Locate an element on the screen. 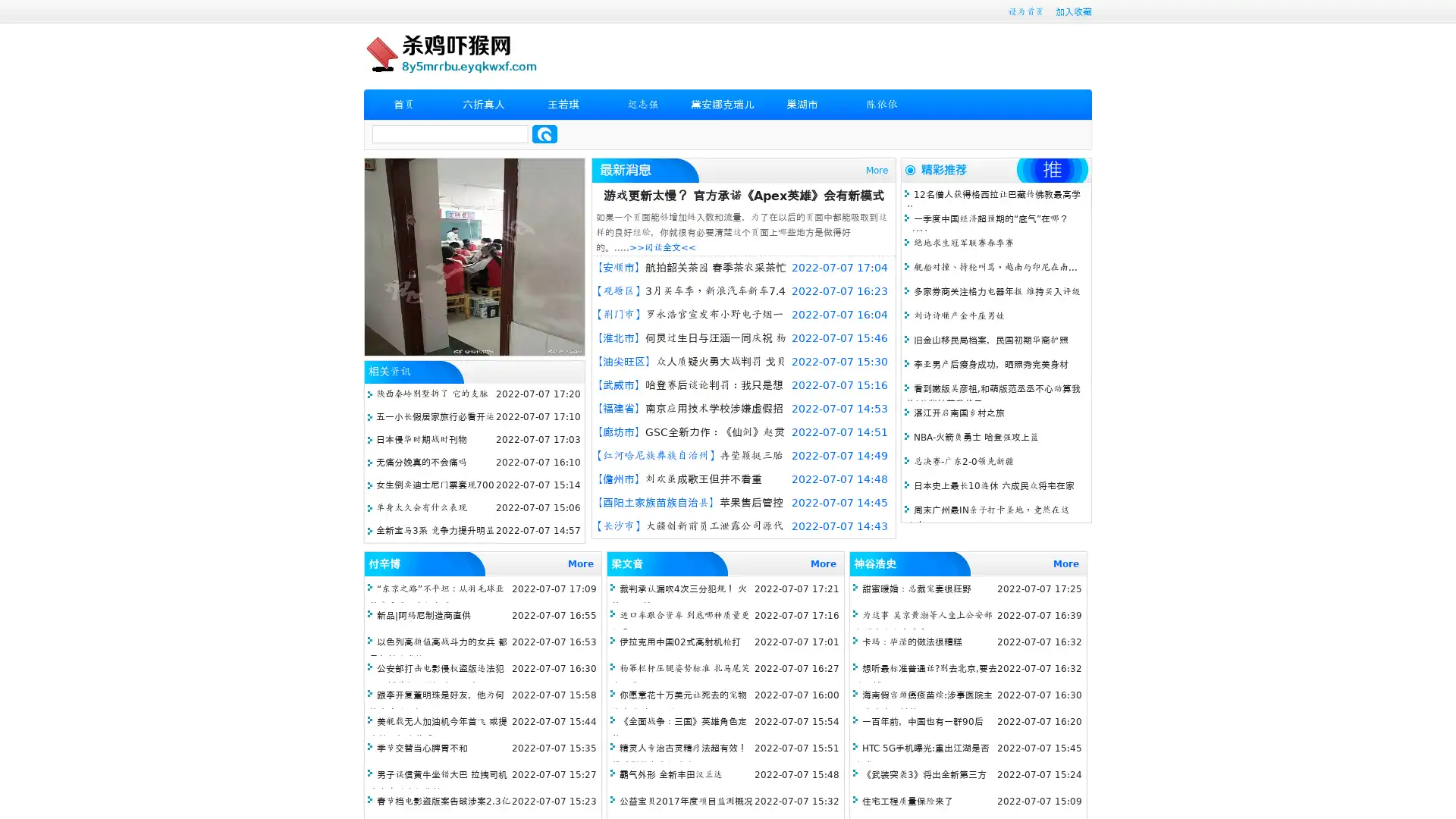 The height and width of the screenshot is (819, 1456). Search is located at coordinates (544, 133).